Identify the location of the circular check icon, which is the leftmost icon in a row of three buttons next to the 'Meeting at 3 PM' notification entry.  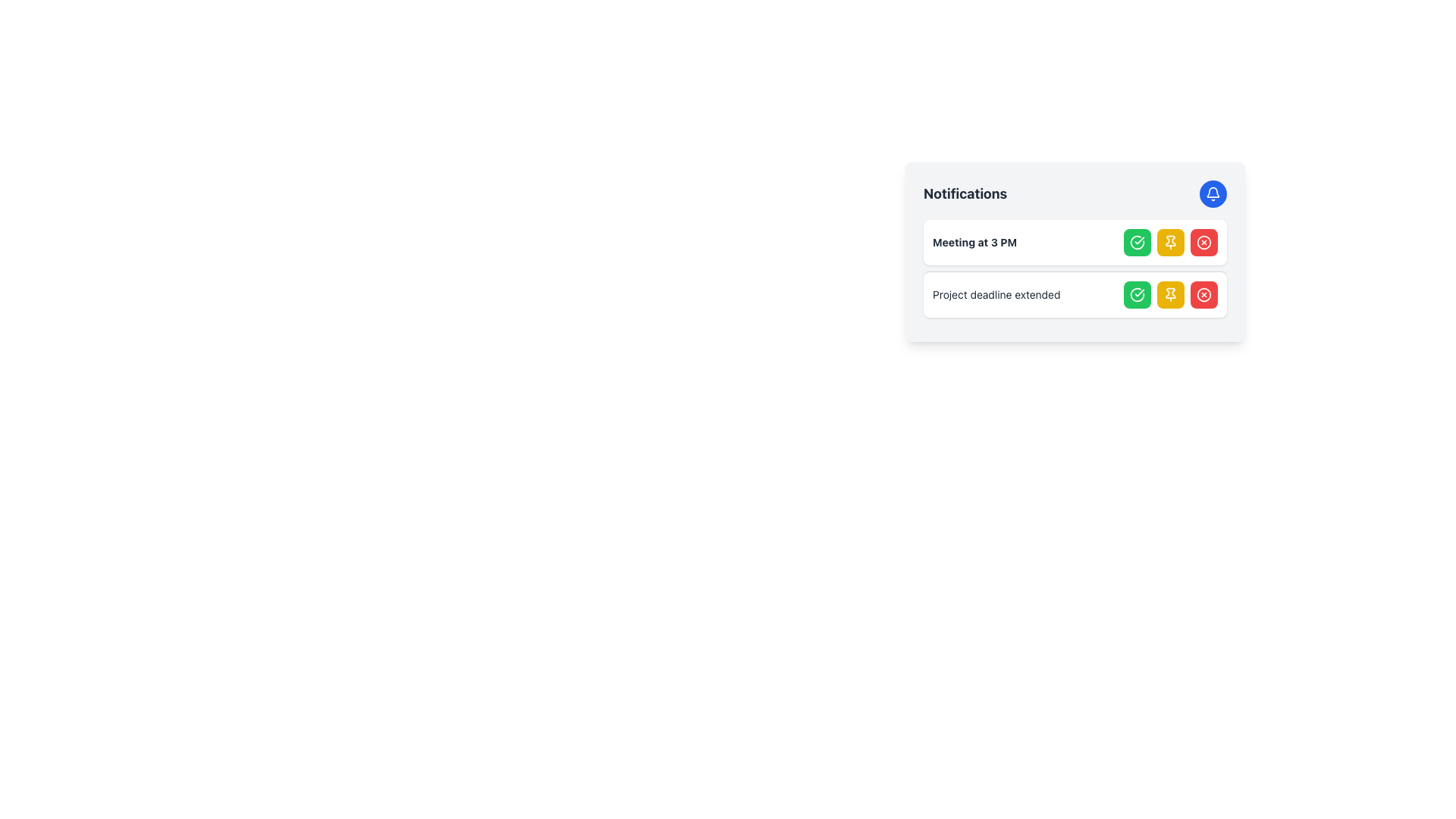
(1137, 242).